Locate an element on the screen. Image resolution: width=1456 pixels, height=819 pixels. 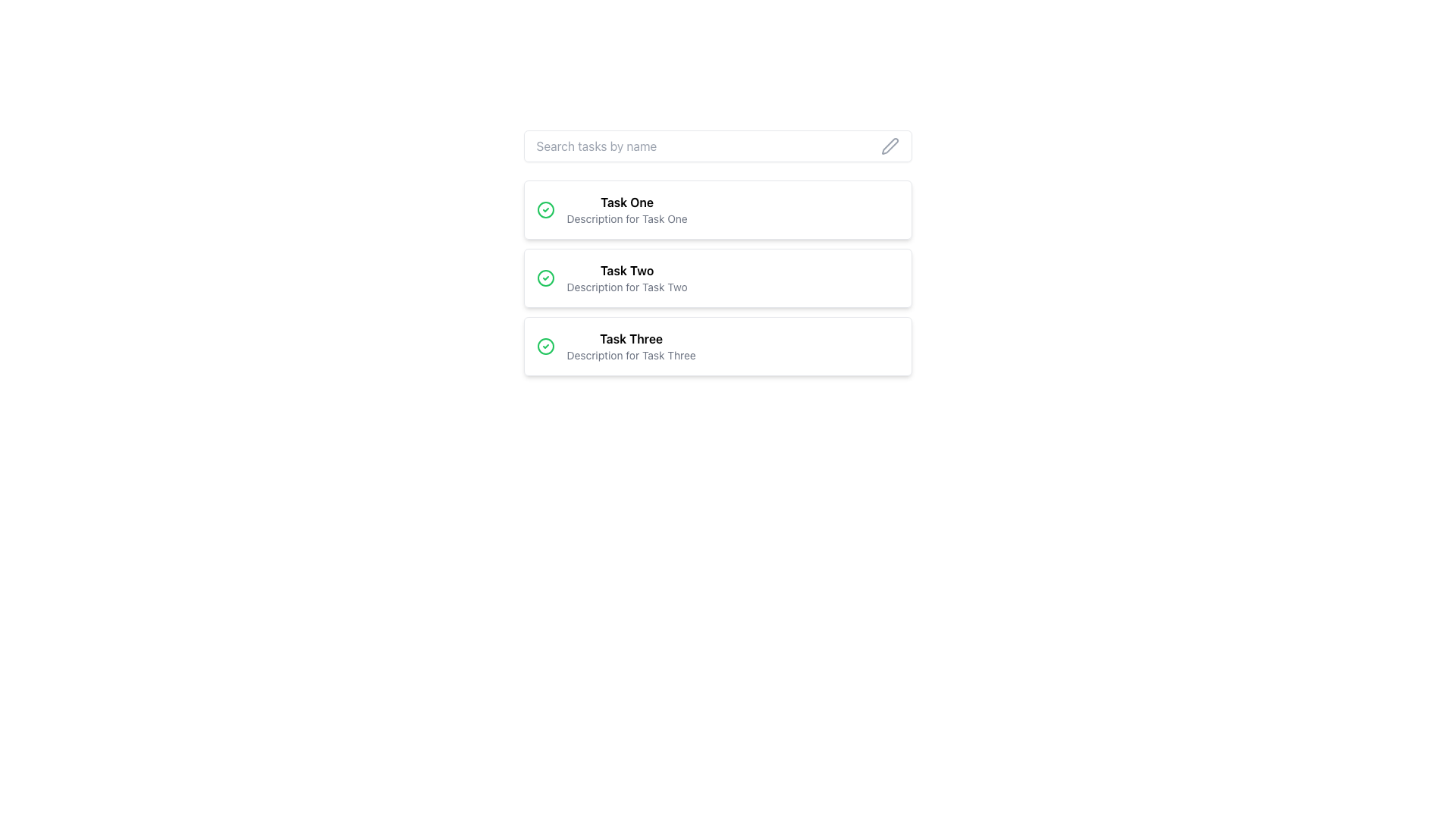
the first task item in the vertical list located directly below the search input box is located at coordinates (717, 210).